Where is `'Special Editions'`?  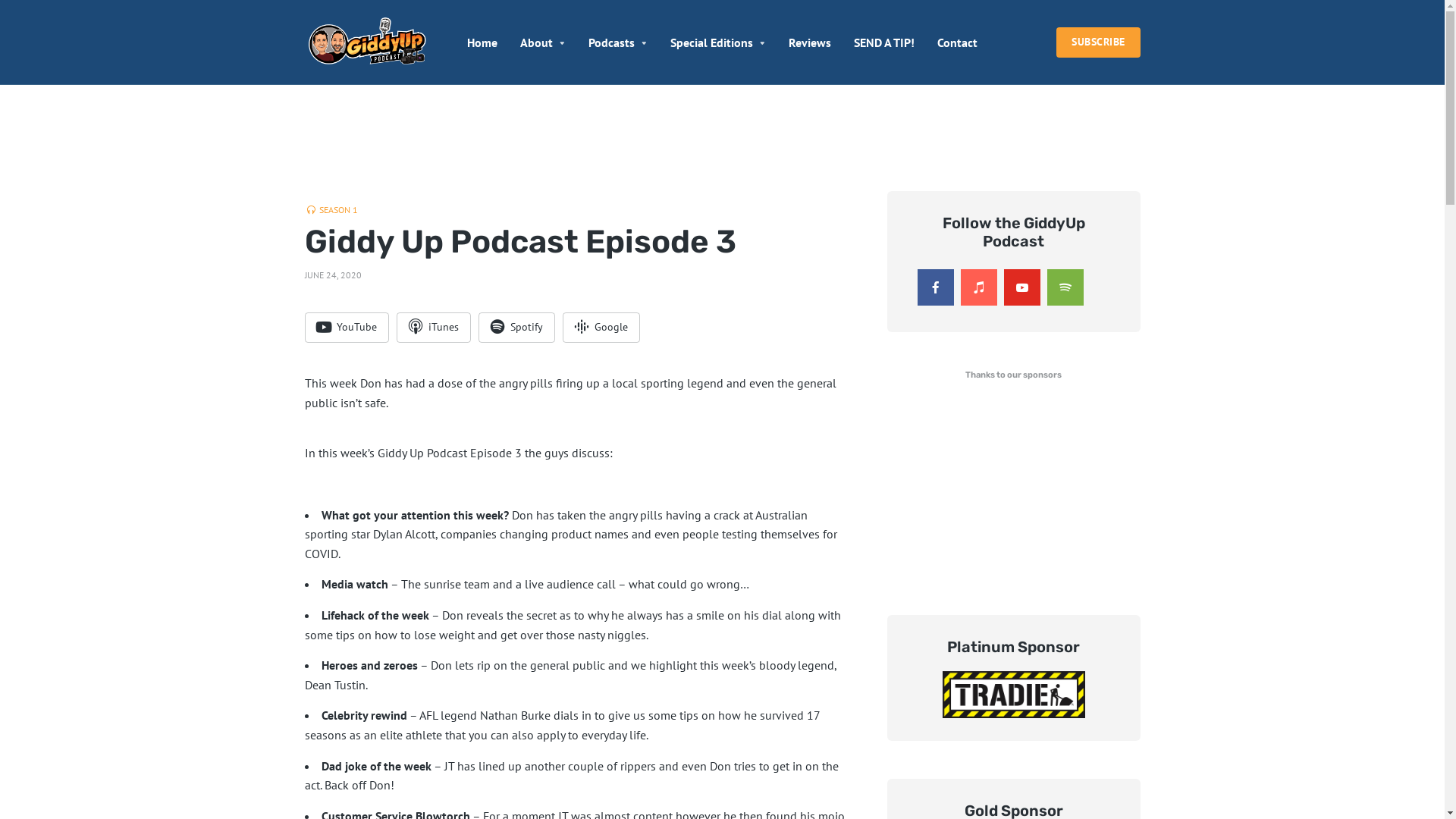
'Special Editions' is located at coordinates (717, 42).